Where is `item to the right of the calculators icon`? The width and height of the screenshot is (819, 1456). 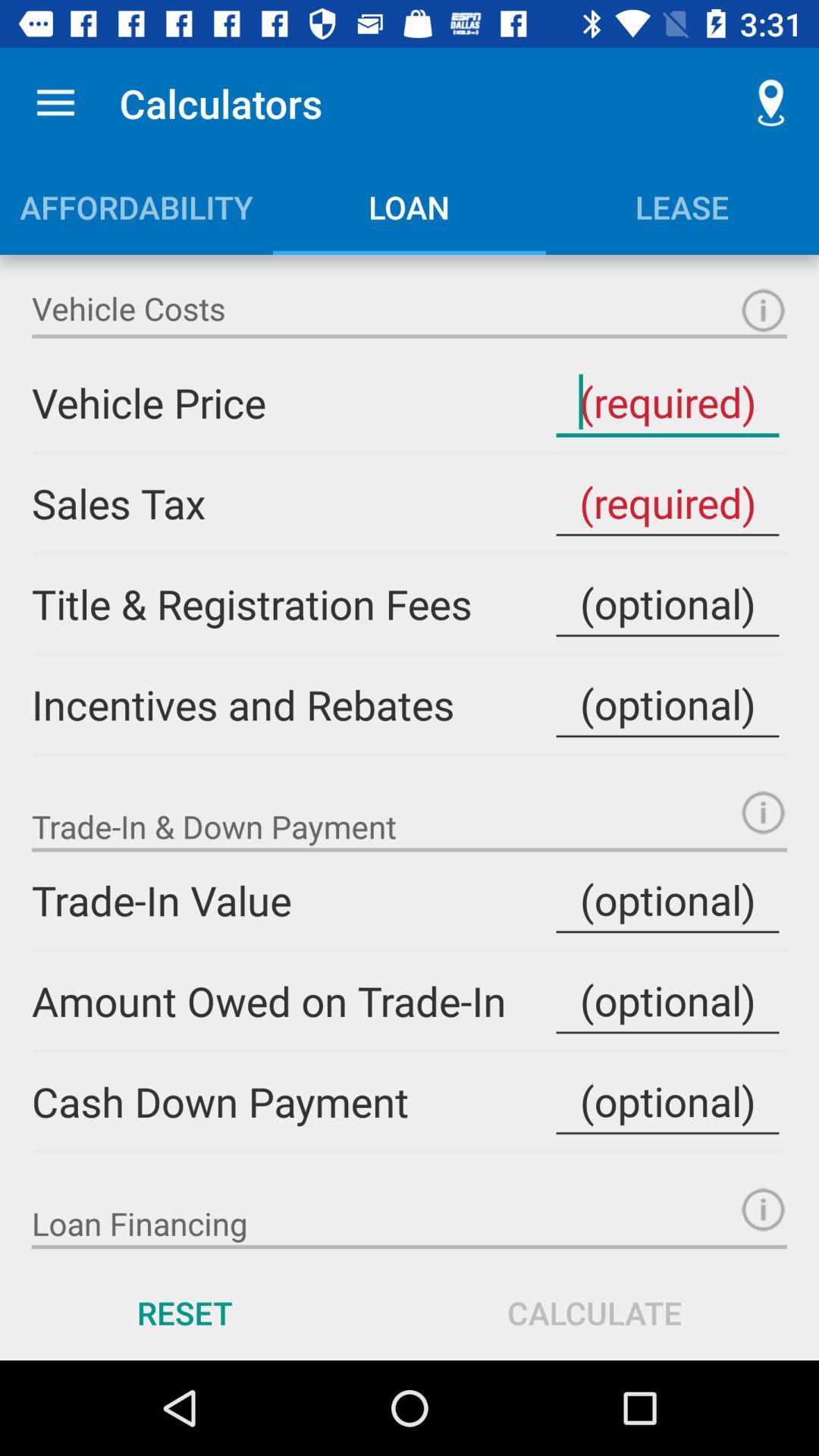
item to the right of the calculators icon is located at coordinates (771, 102).